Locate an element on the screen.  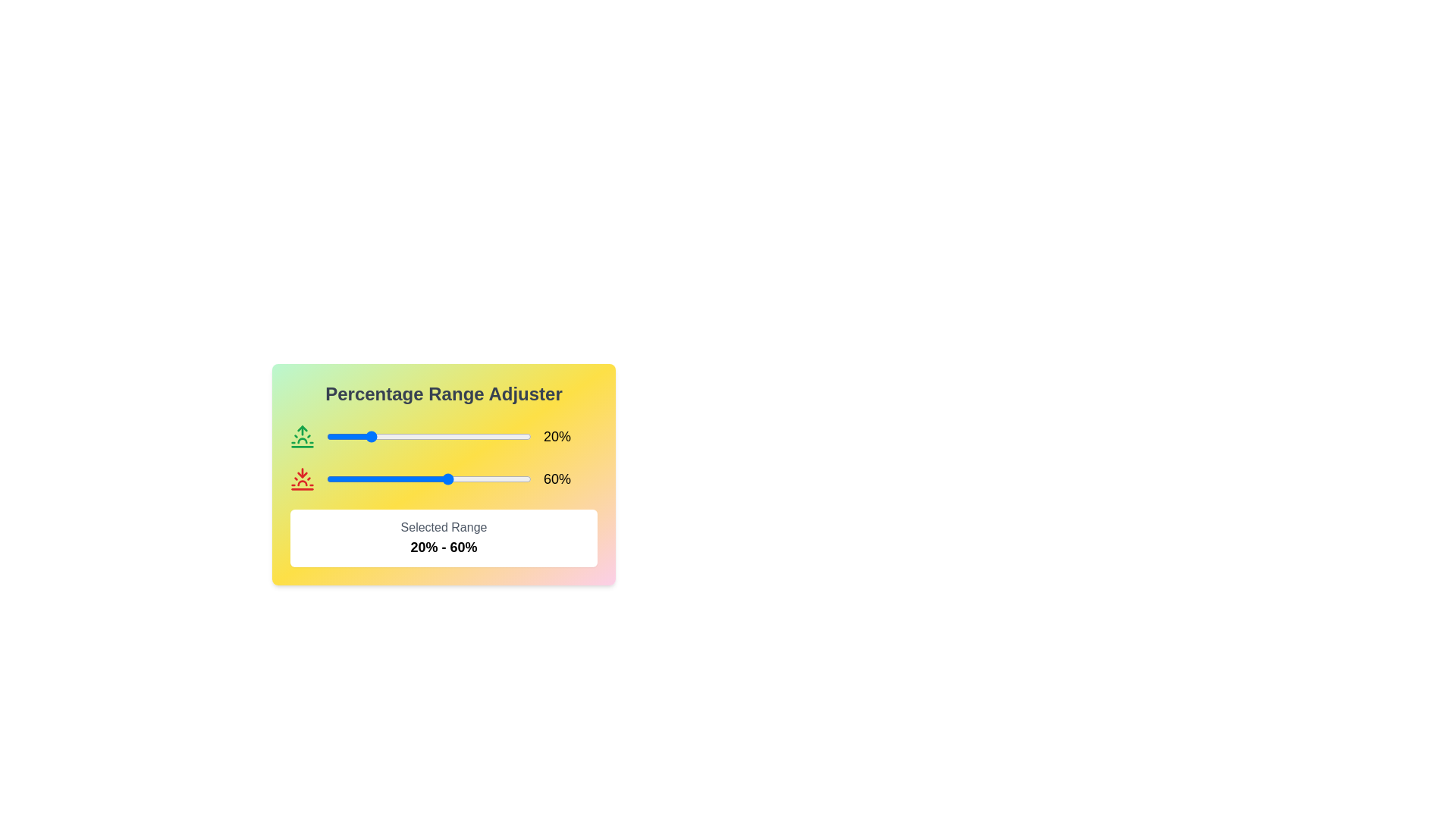
the slider position is located at coordinates (336, 479).